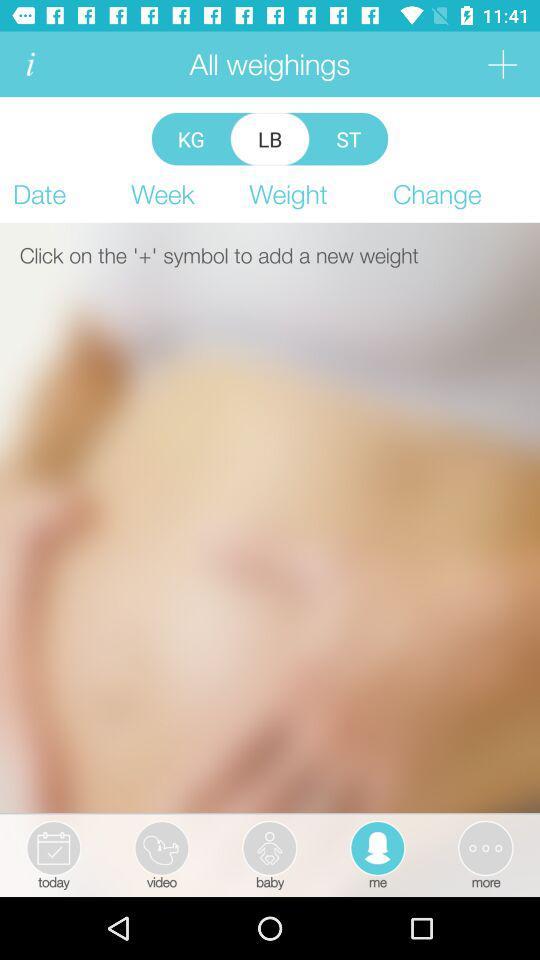 The height and width of the screenshot is (960, 540). I want to click on weighing, so click(501, 64).